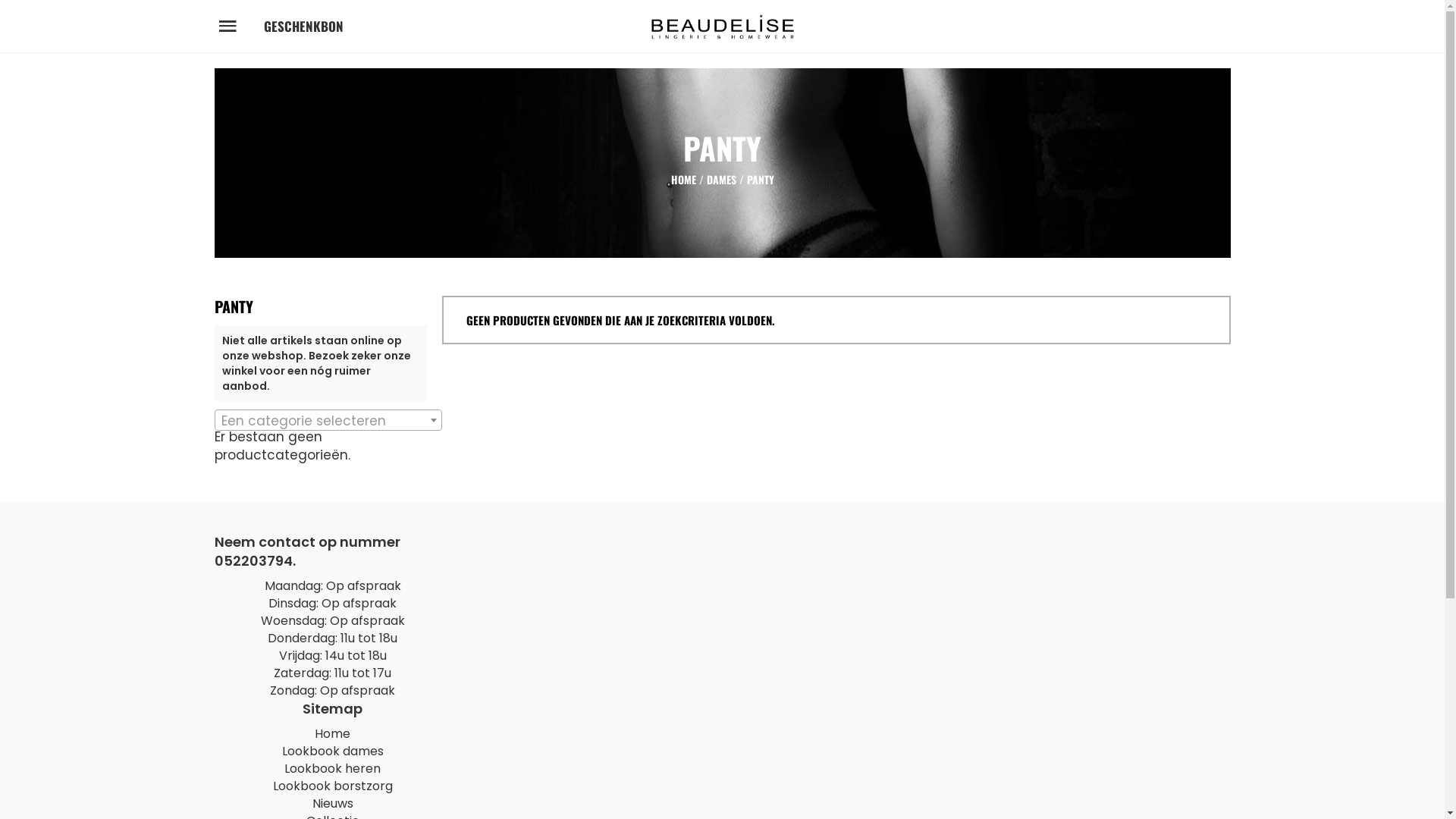 The image size is (1456, 819). What do you see at coordinates (331, 802) in the screenshot?
I see `'Nieuws'` at bounding box center [331, 802].